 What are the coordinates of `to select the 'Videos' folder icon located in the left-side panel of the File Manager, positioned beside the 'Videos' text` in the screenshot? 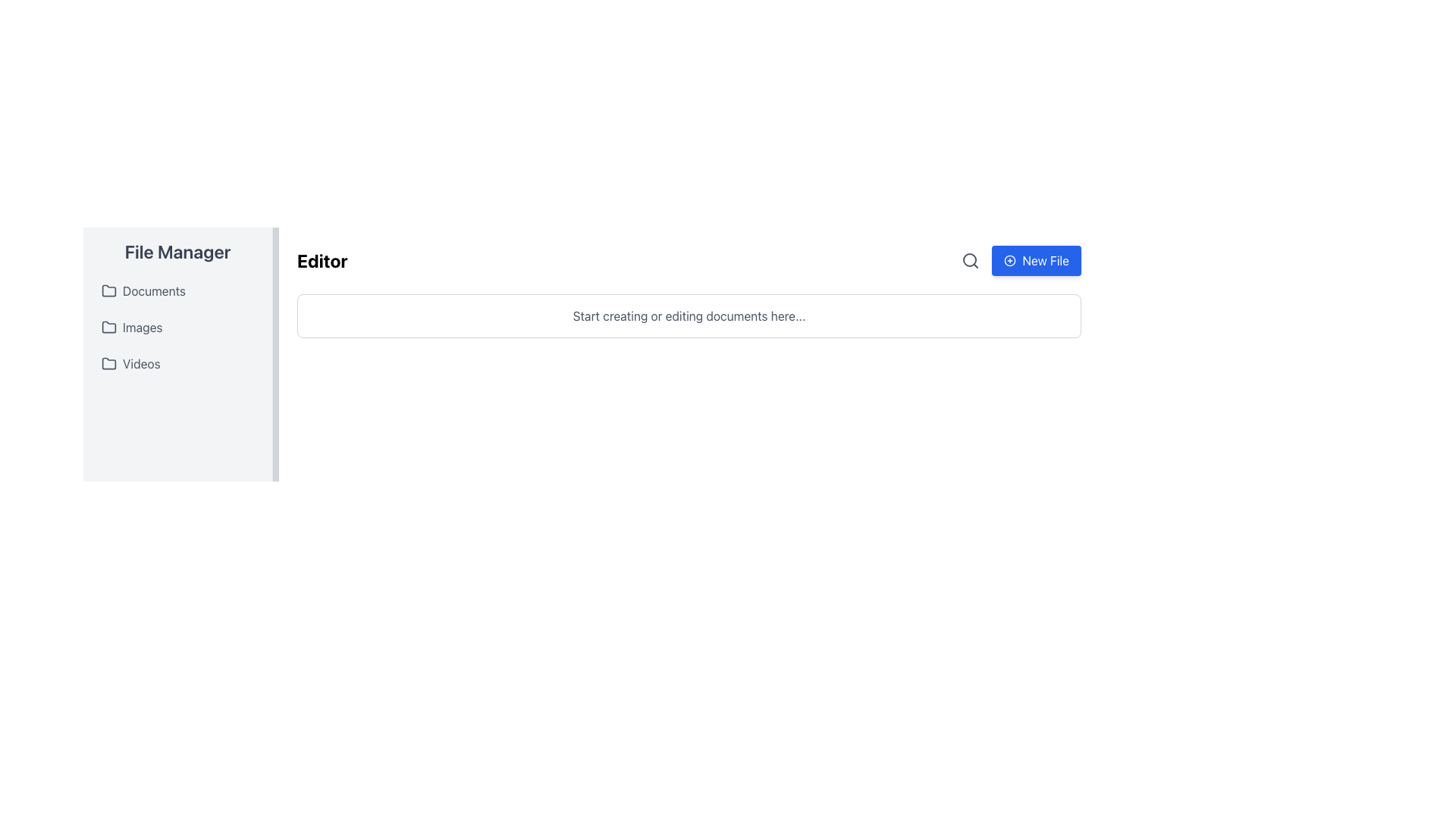 It's located at (108, 362).